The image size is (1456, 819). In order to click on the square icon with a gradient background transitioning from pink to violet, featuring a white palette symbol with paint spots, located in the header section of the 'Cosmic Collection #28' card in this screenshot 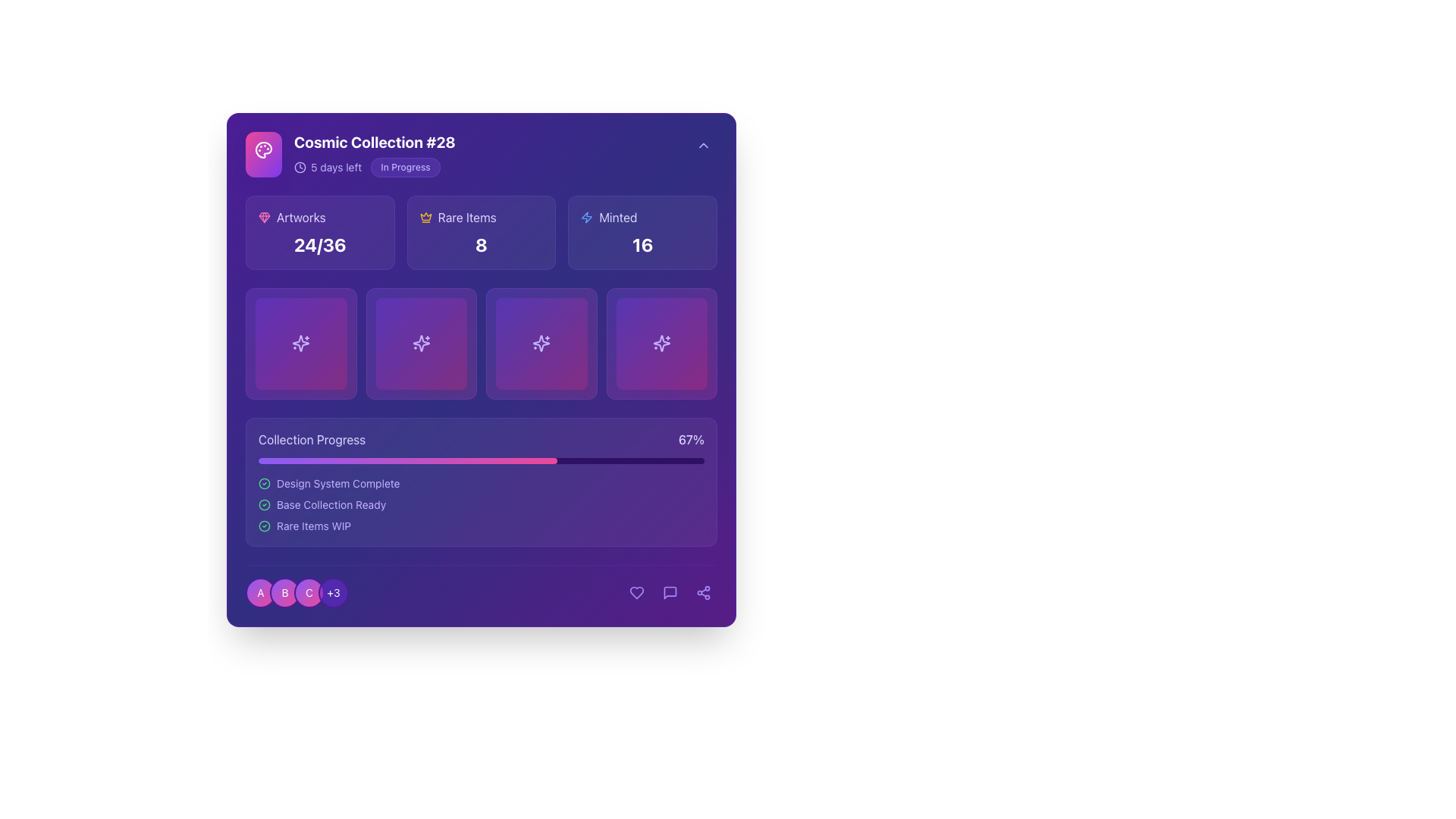, I will do `click(263, 155)`.